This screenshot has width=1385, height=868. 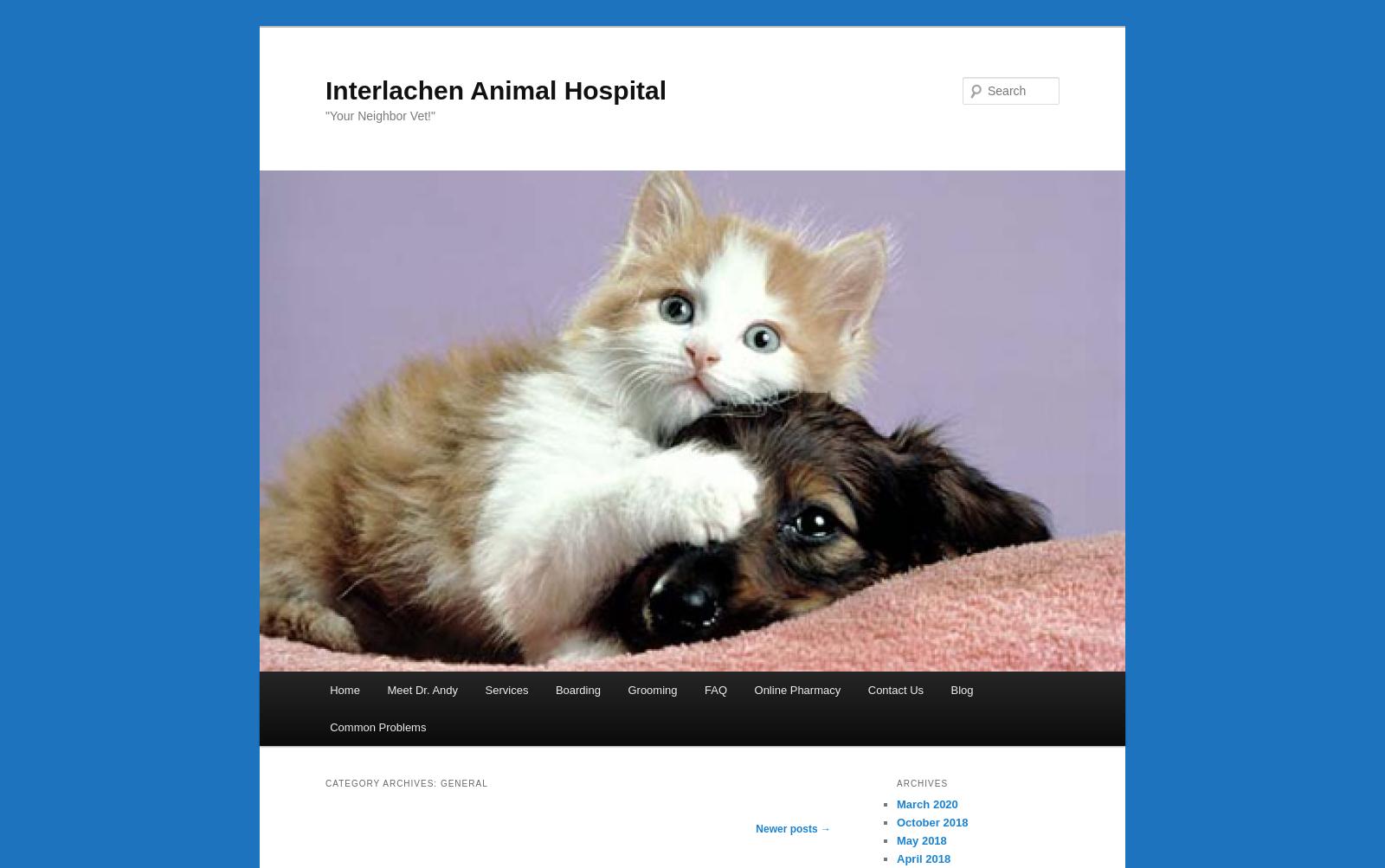 What do you see at coordinates (787, 826) in the screenshot?
I see `'Newer posts'` at bounding box center [787, 826].